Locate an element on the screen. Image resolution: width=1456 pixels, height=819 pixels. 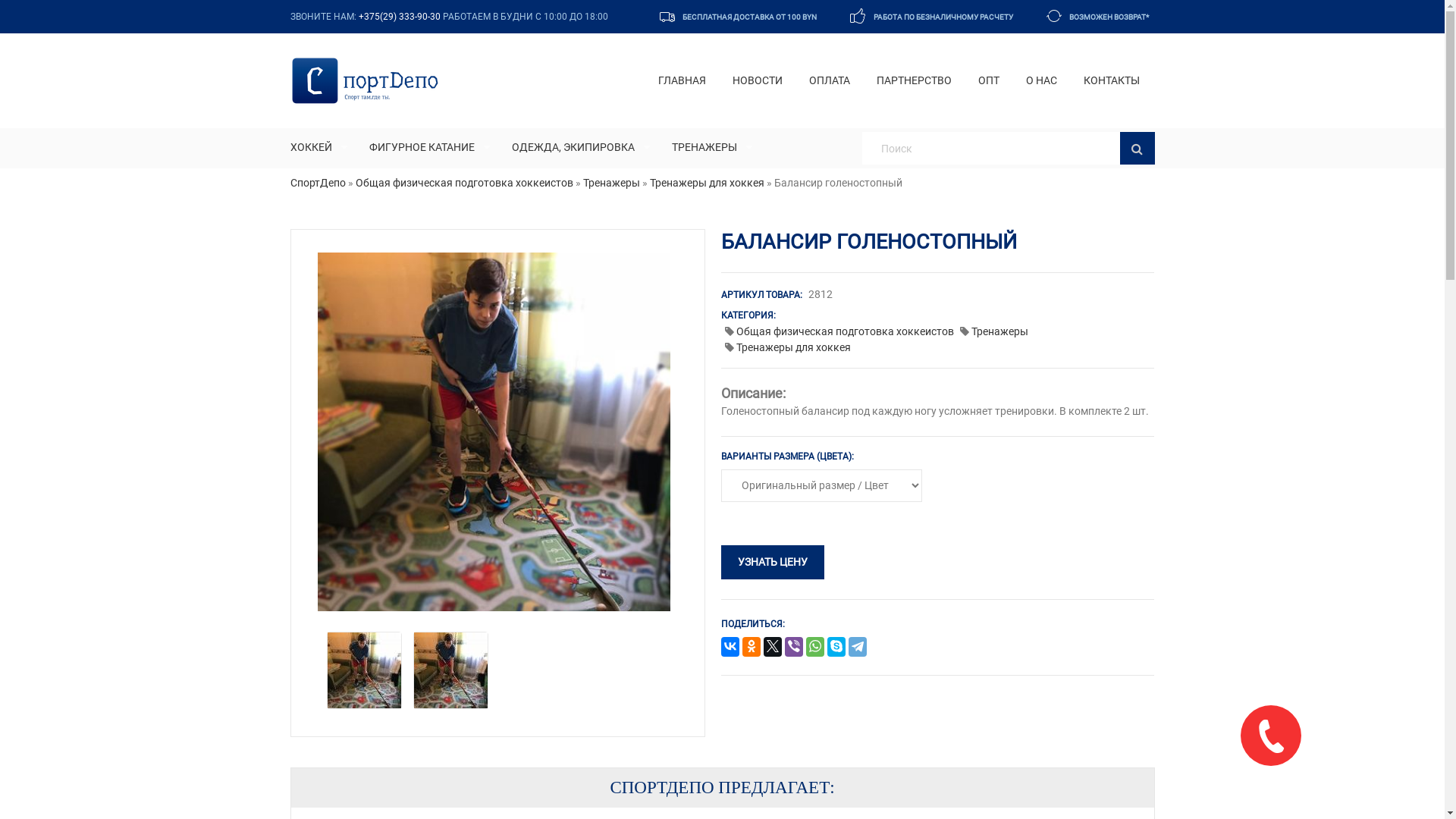
'Viber' is located at coordinates (785, 647).